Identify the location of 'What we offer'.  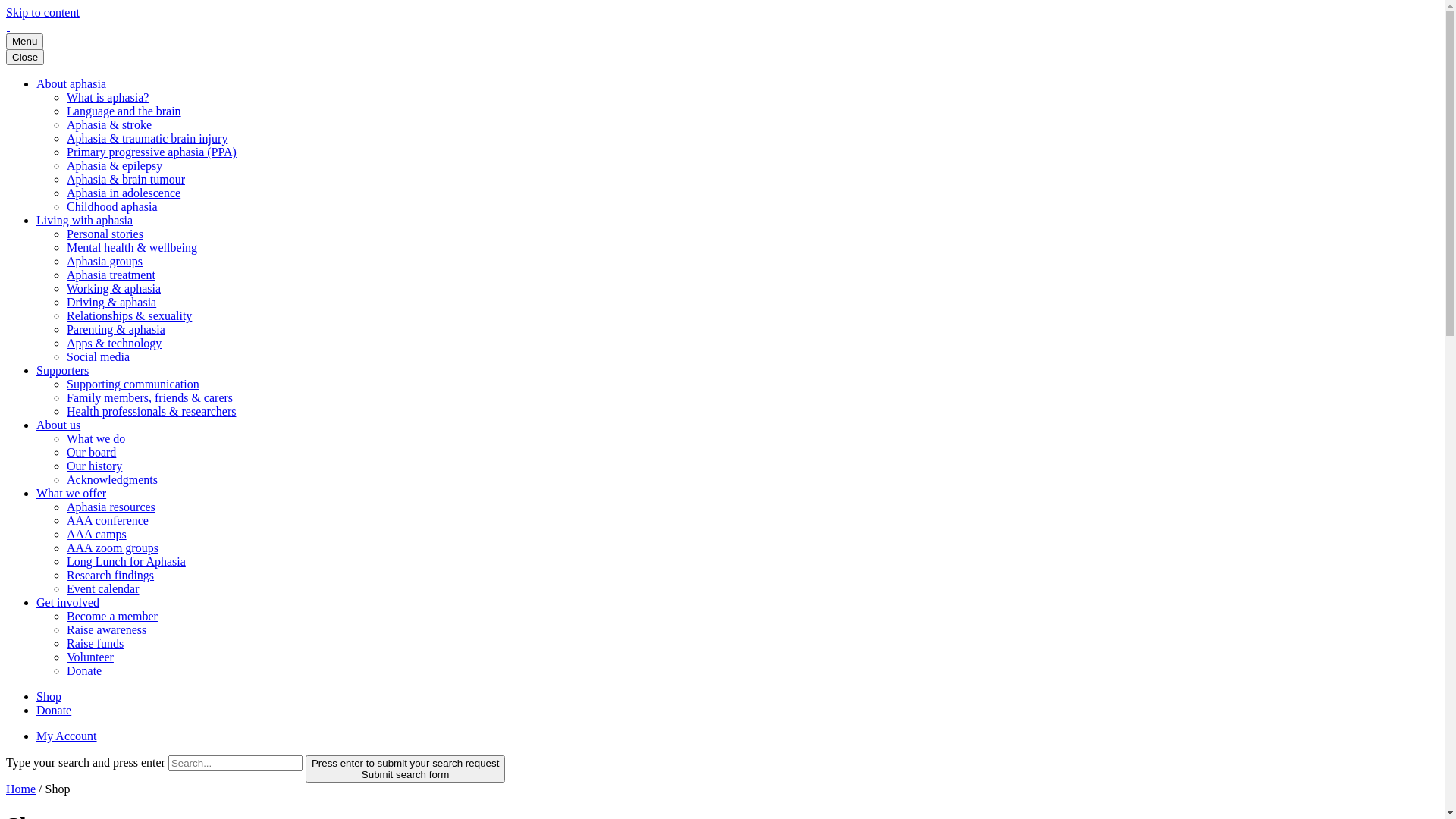
(71, 493).